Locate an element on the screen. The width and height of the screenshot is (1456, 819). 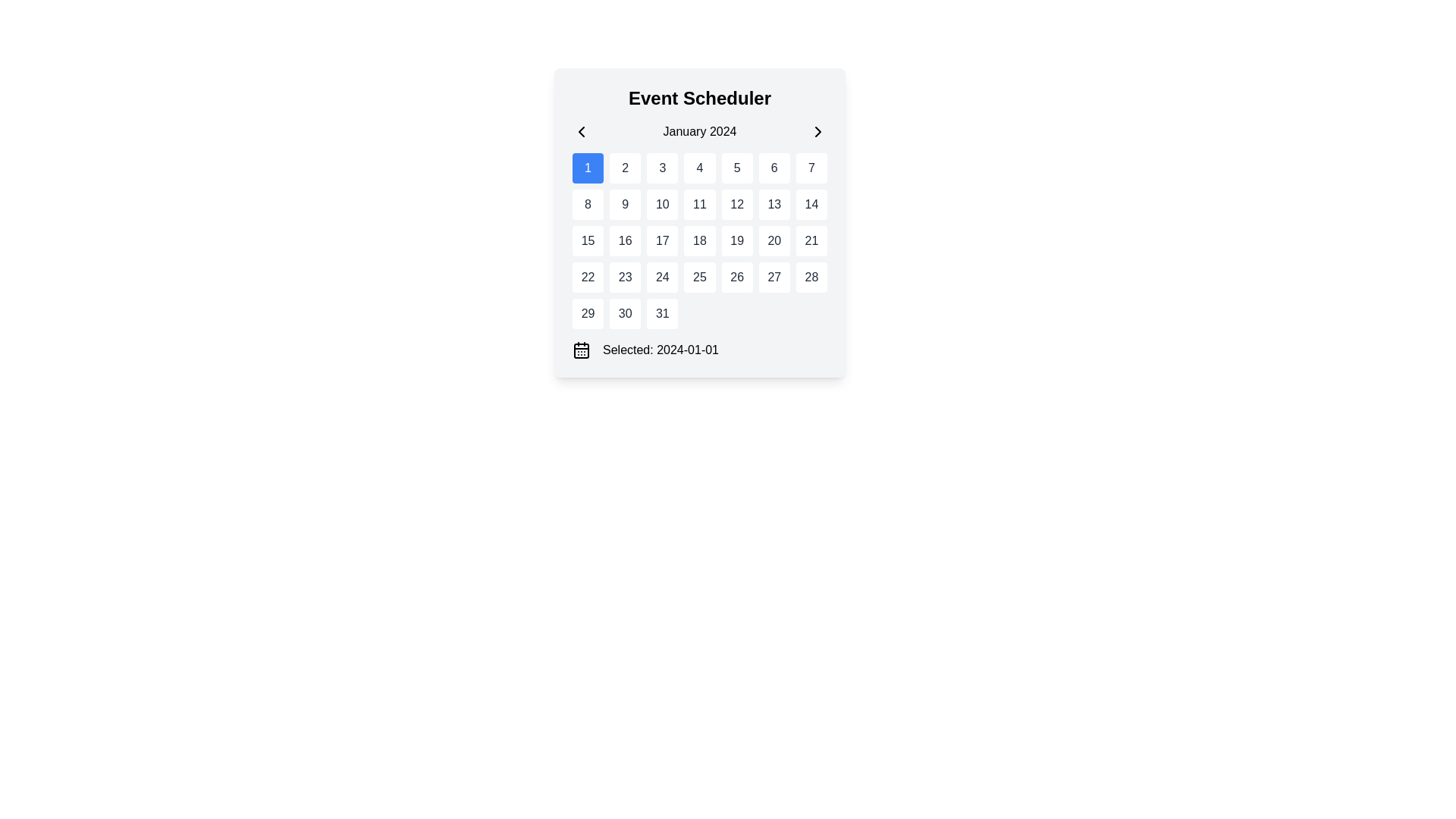
the button labeled '28' in the calendar view is located at coordinates (811, 278).